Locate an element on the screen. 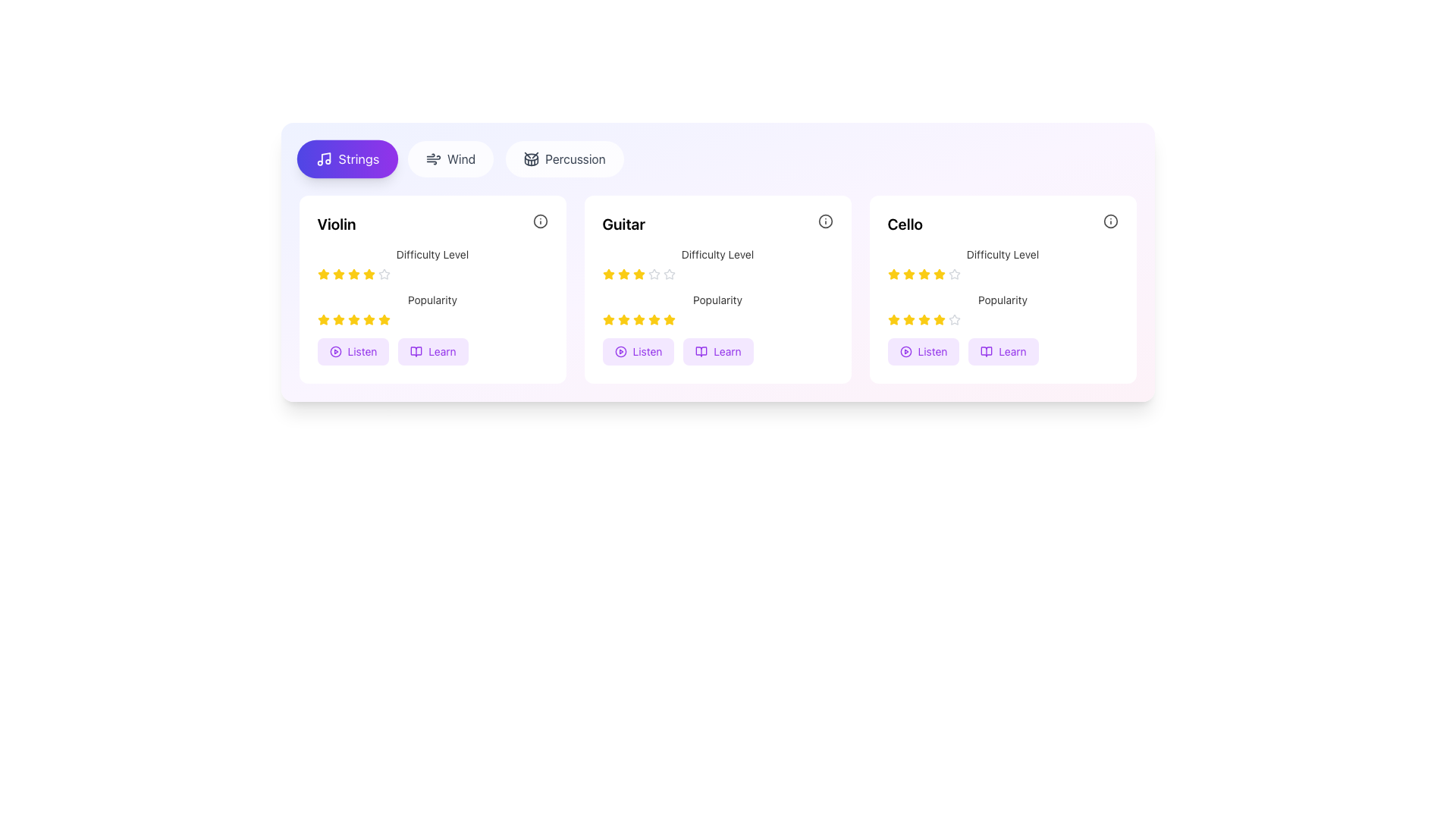  the 'Listen' label within the purple button on the guitar card is located at coordinates (648, 351).